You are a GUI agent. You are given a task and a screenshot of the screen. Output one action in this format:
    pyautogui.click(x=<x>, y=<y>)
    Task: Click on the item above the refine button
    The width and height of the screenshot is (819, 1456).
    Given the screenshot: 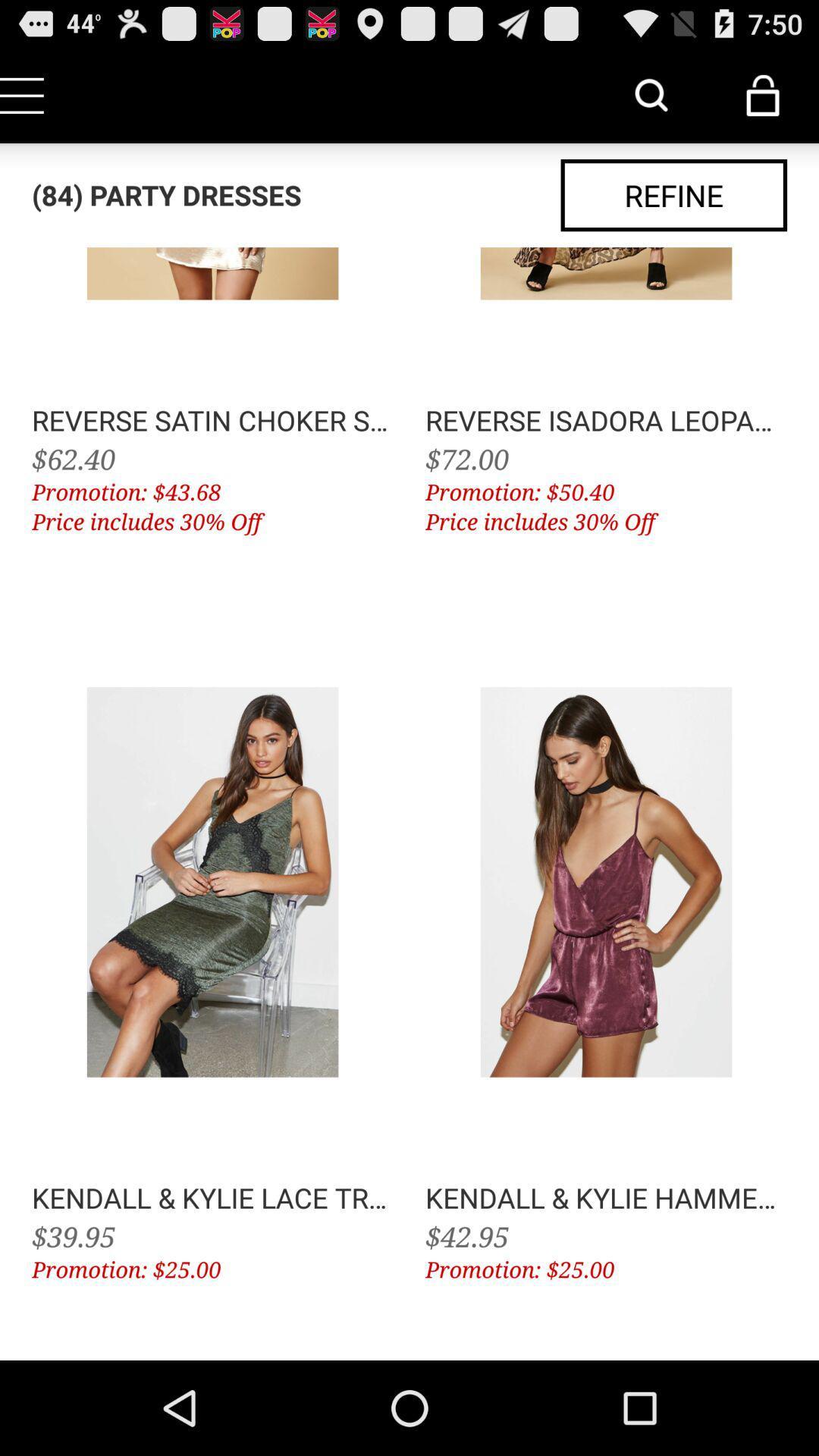 What is the action you would take?
    pyautogui.click(x=763, y=94)
    